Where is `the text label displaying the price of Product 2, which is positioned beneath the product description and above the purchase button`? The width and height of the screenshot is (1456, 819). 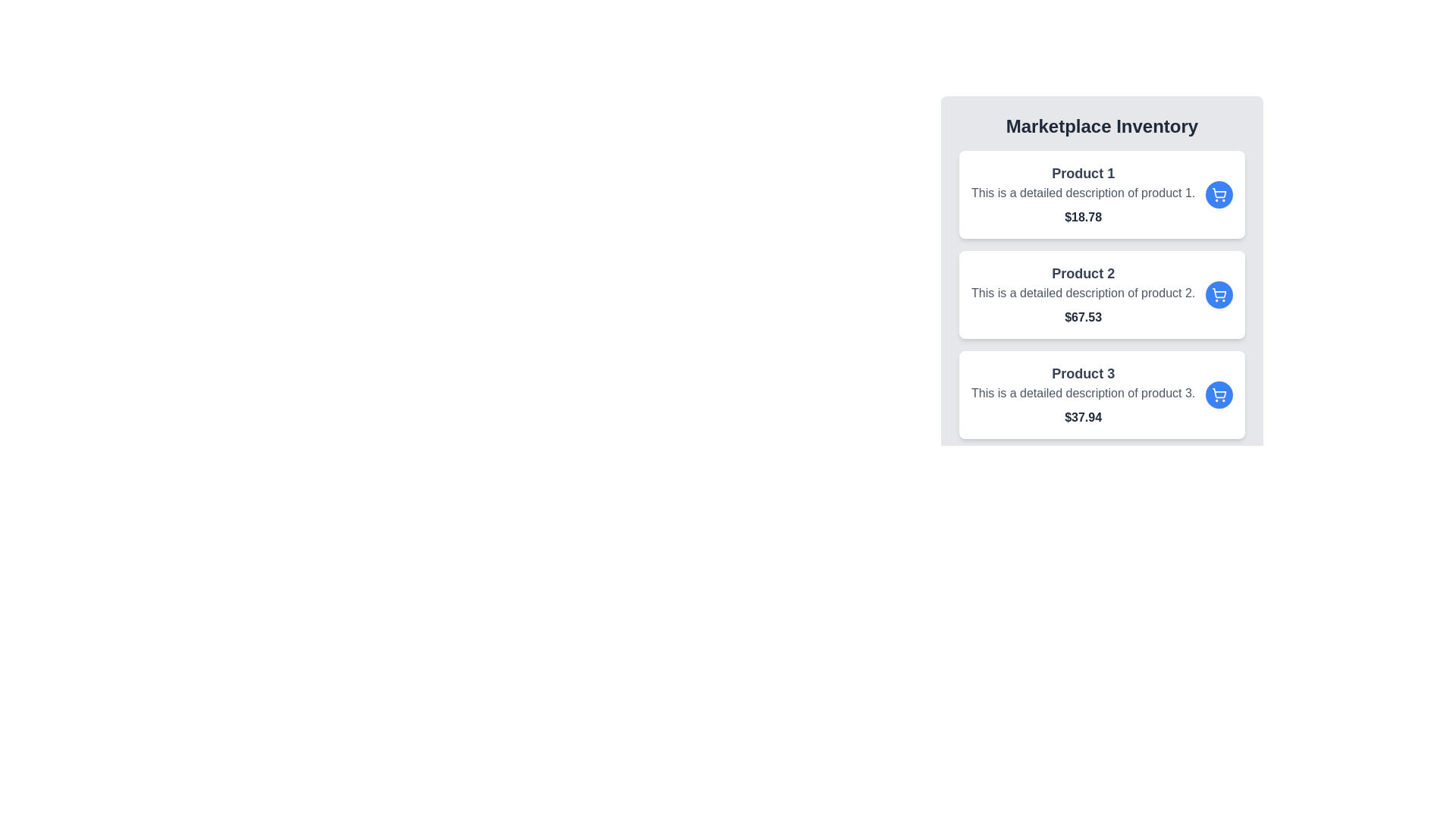
the text label displaying the price of Product 2, which is positioned beneath the product description and above the purchase button is located at coordinates (1082, 317).